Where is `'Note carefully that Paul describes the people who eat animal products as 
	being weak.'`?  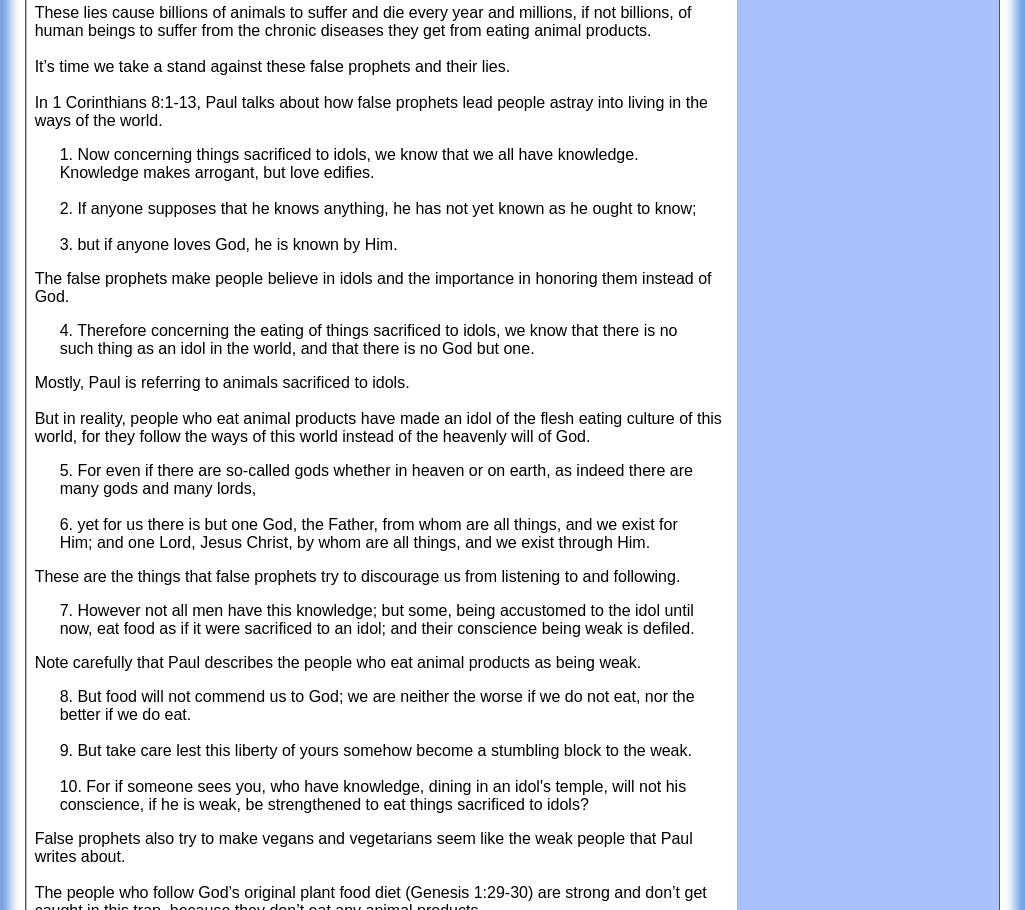
'Note carefully that Paul describes the people who eat animal products as 
	being weak.' is located at coordinates (34, 661).